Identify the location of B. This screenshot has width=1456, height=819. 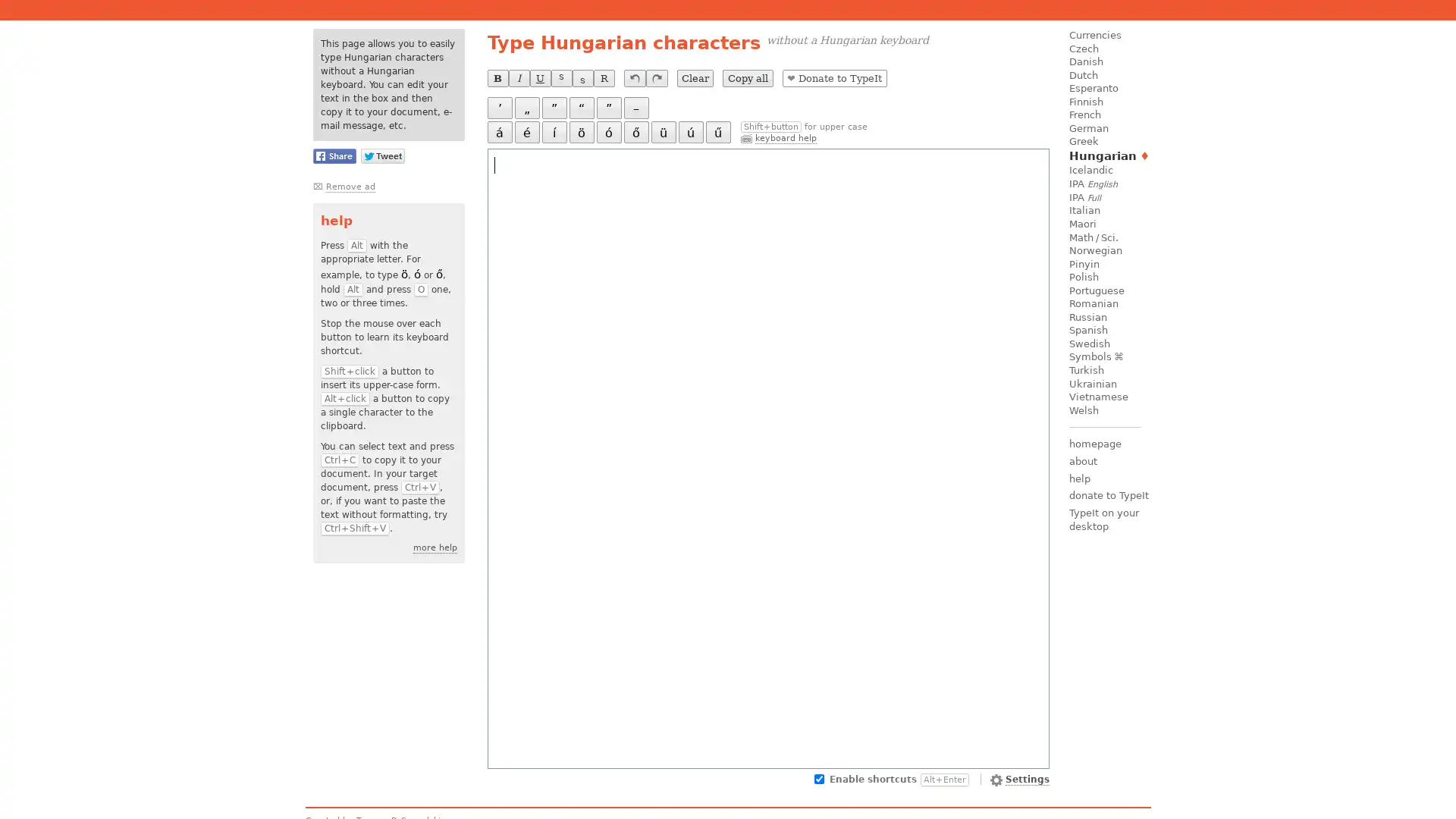
(497, 78).